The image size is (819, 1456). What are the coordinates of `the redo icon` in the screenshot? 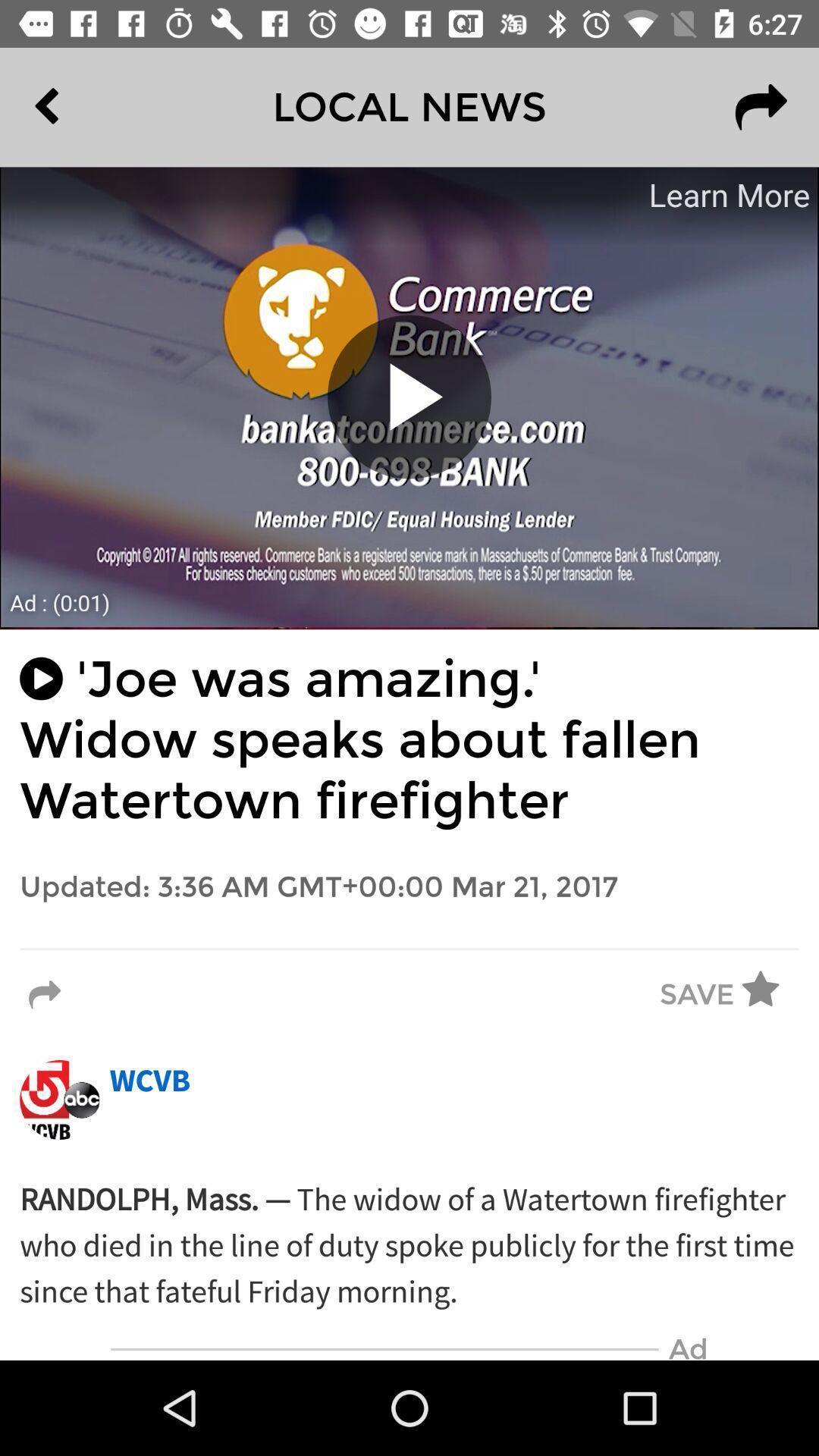 It's located at (761, 106).